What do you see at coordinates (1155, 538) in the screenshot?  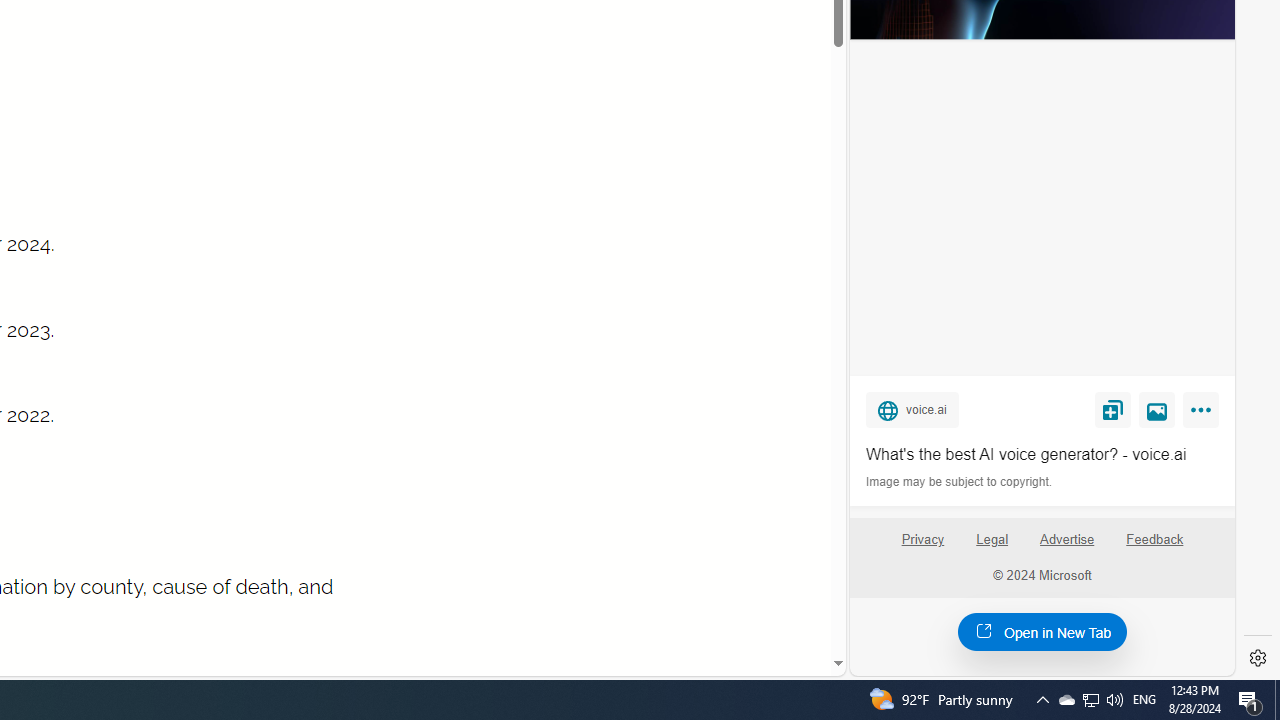 I see `'Feedback'` at bounding box center [1155, 538].